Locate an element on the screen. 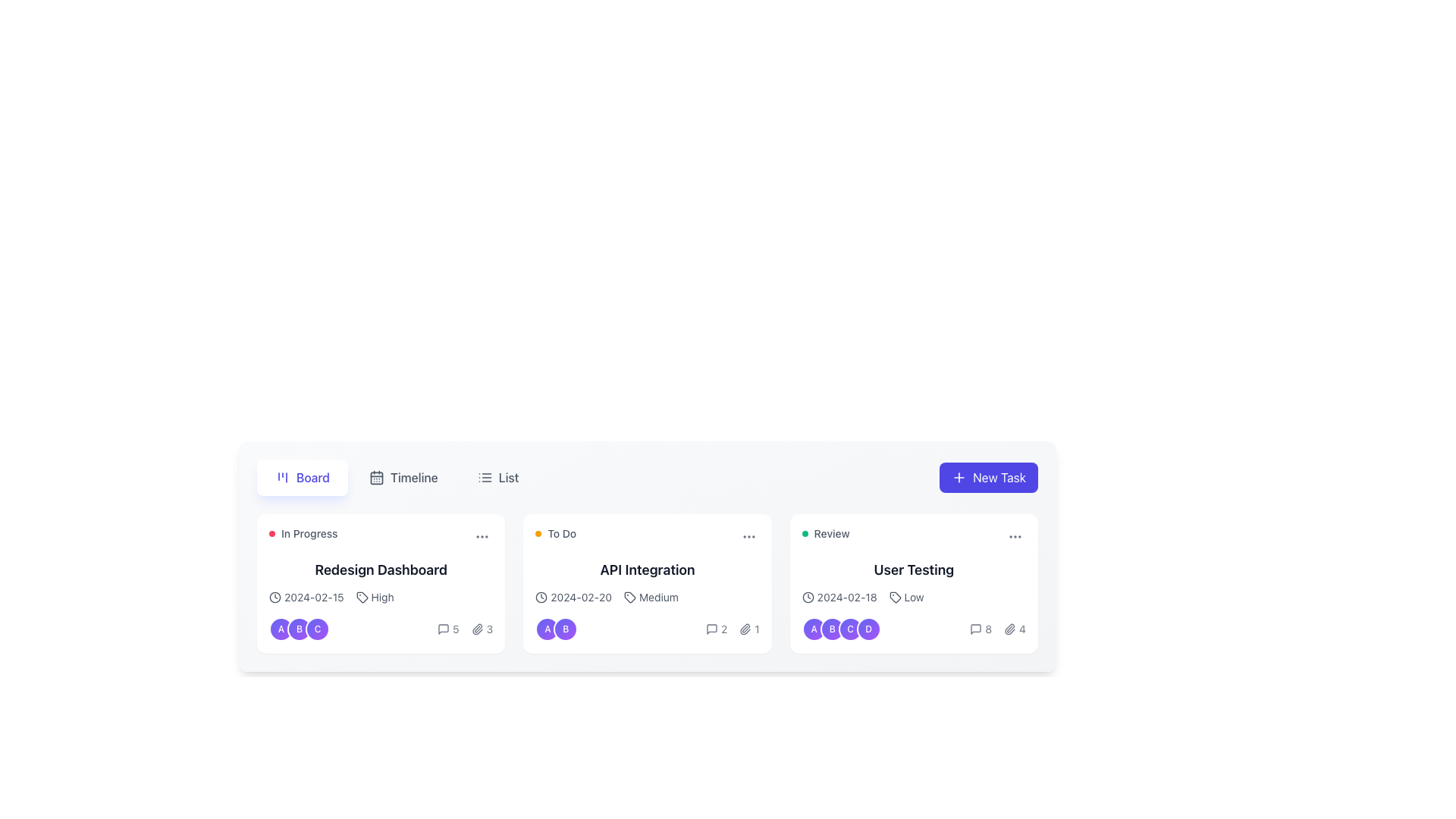  the button located at the top center-right of the interface, which allows users to create a new task is located at coordinates (989, 476).